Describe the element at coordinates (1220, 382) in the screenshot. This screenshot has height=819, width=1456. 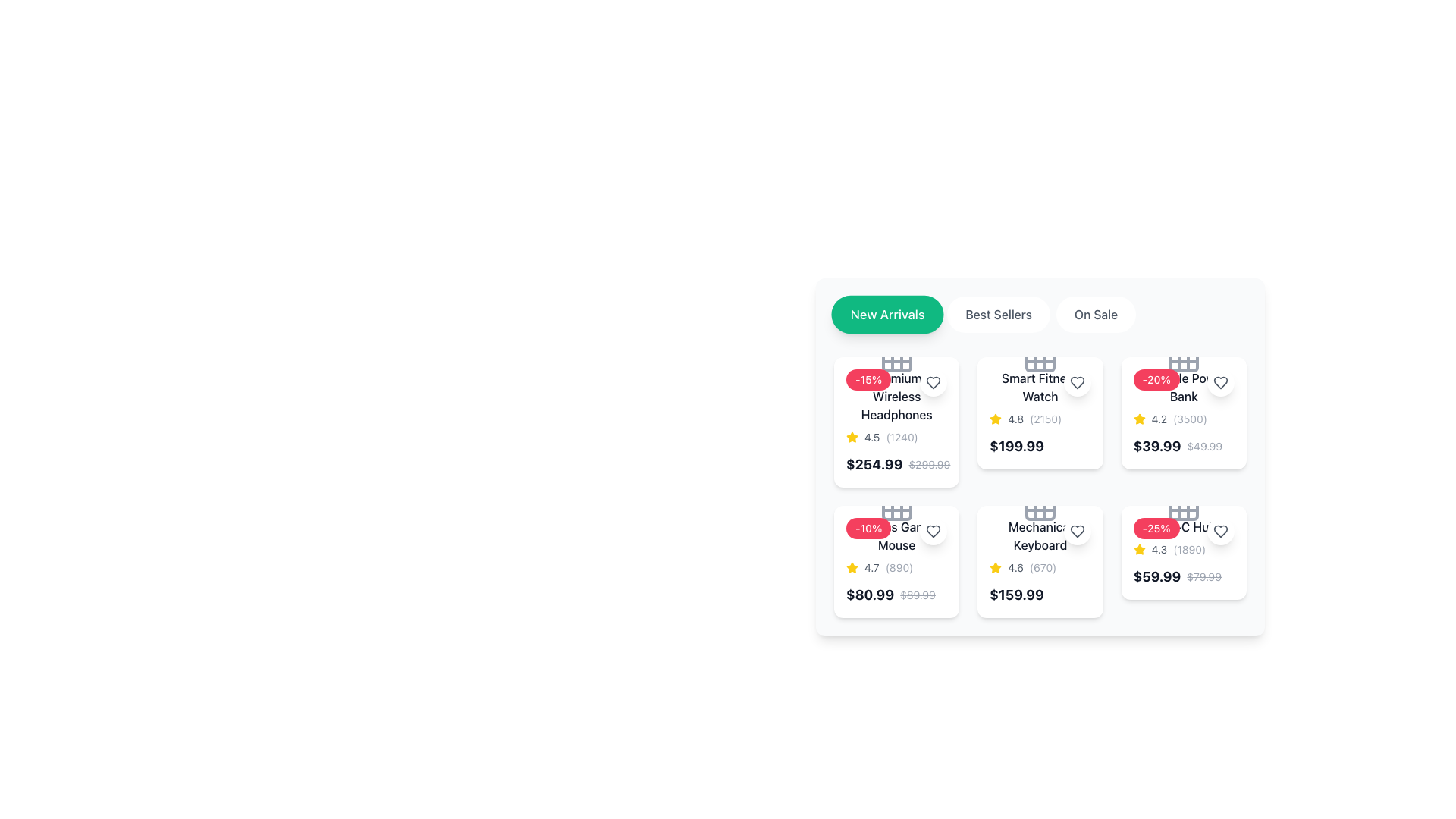
I see `the small heart-shaped icon located in the top-right corner of the white card interface representing the 'Portable Power Bank' product` at that location.